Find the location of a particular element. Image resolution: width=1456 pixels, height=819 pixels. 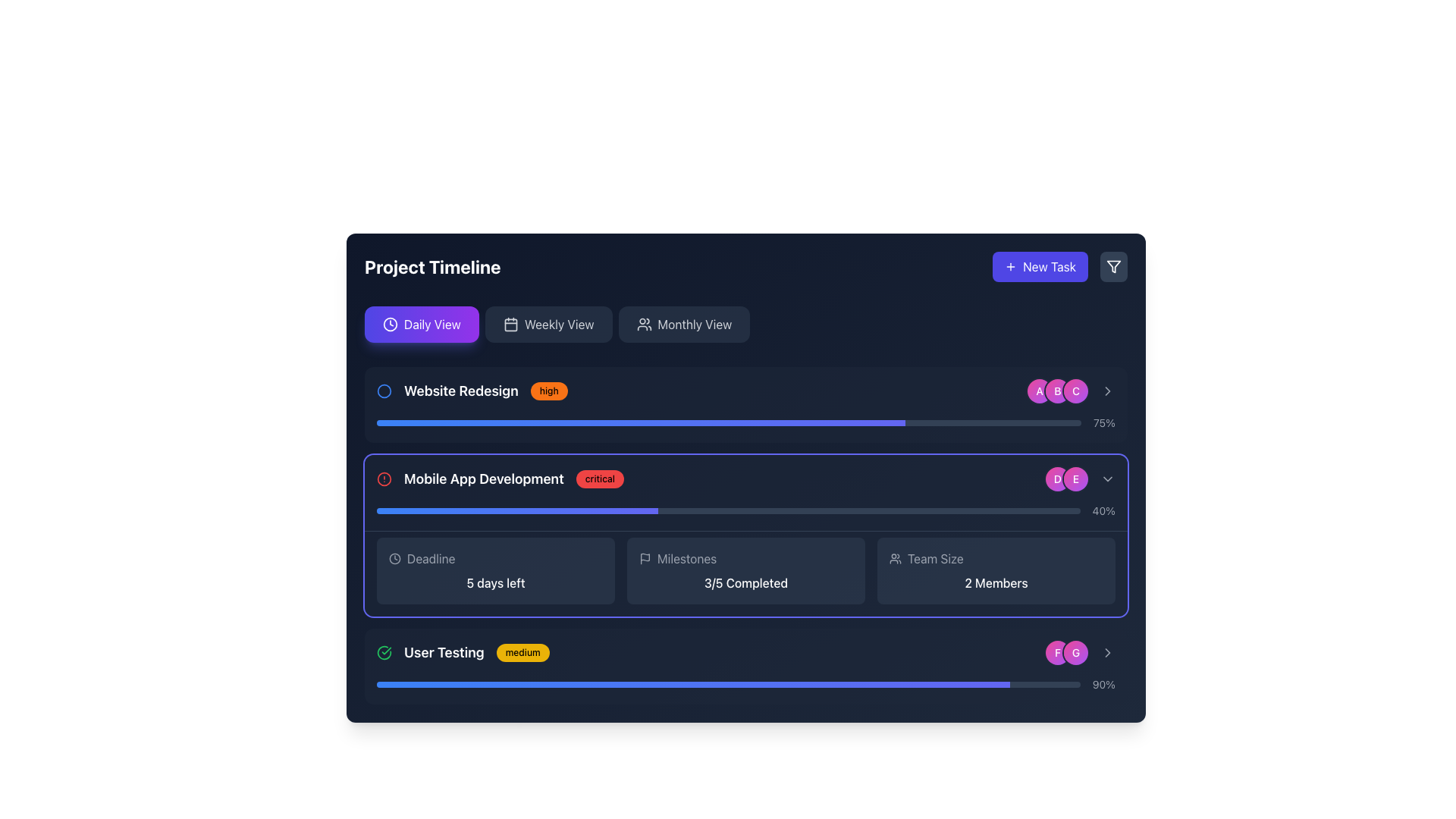

the progress value is located at coordinates (877, 684).